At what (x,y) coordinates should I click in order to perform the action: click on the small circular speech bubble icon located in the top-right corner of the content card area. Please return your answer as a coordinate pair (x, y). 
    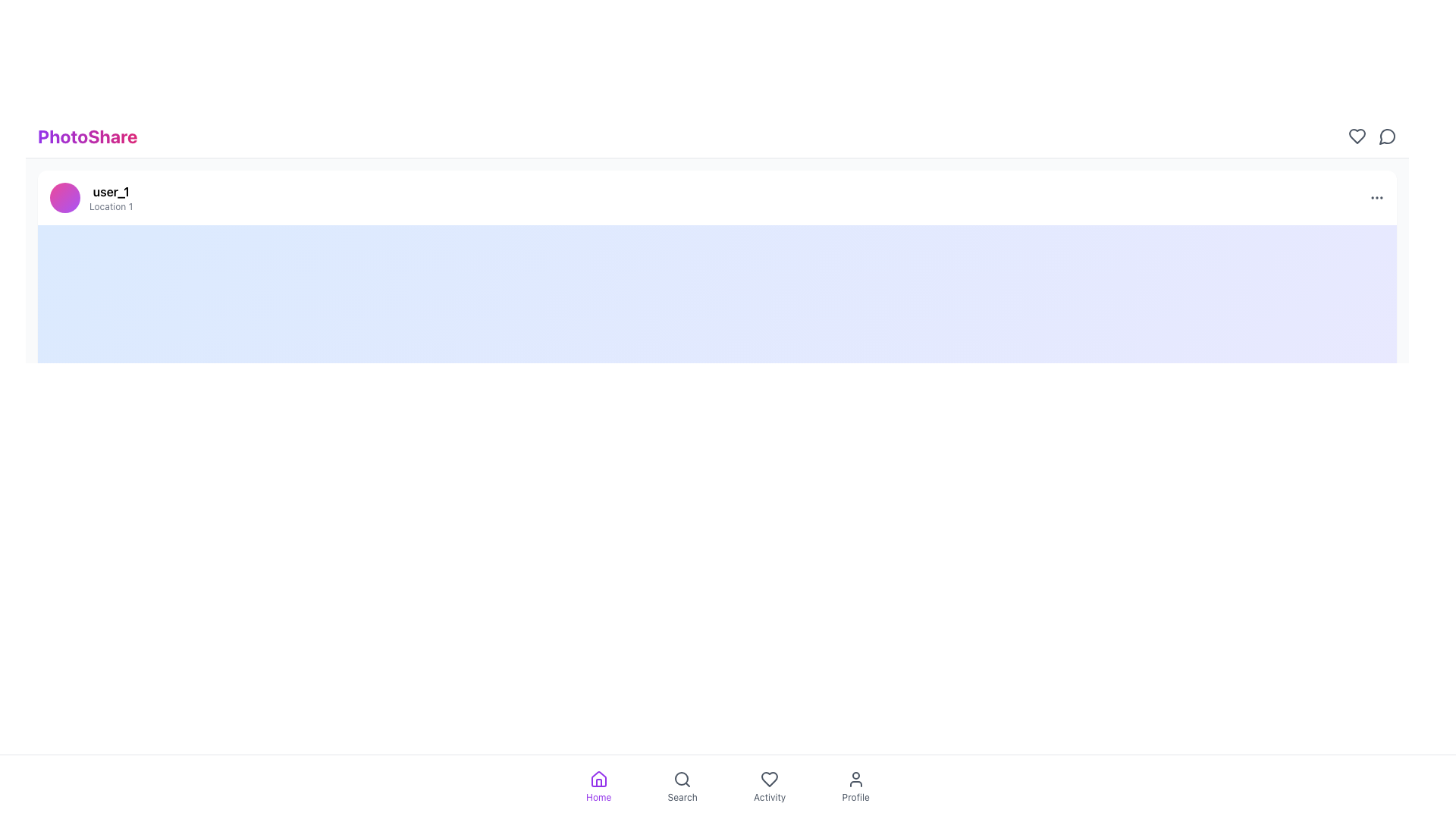
    Looking at the image, I should click on (1387, 136).